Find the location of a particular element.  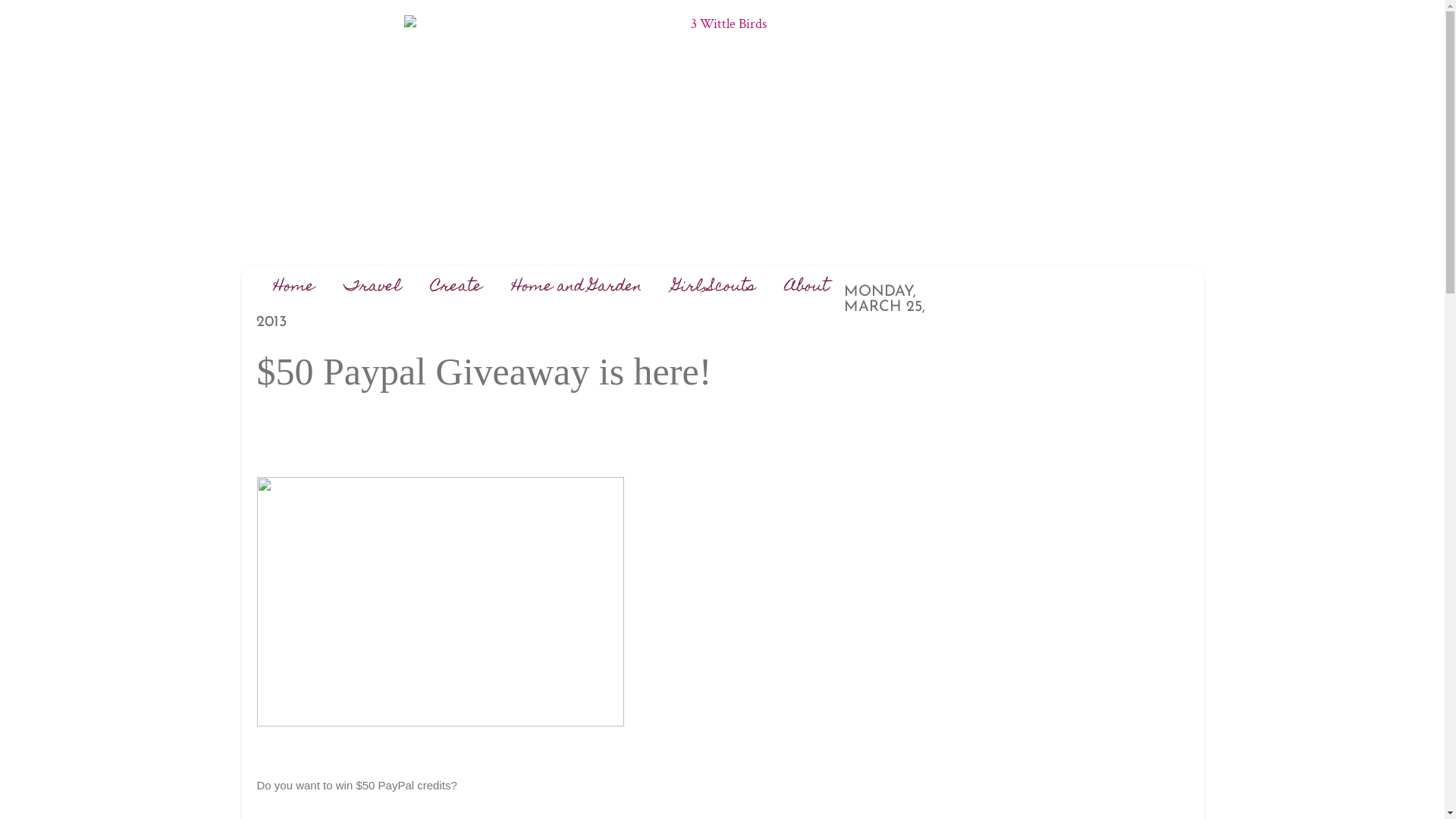

'Create' is located at coordinates (417, 287).